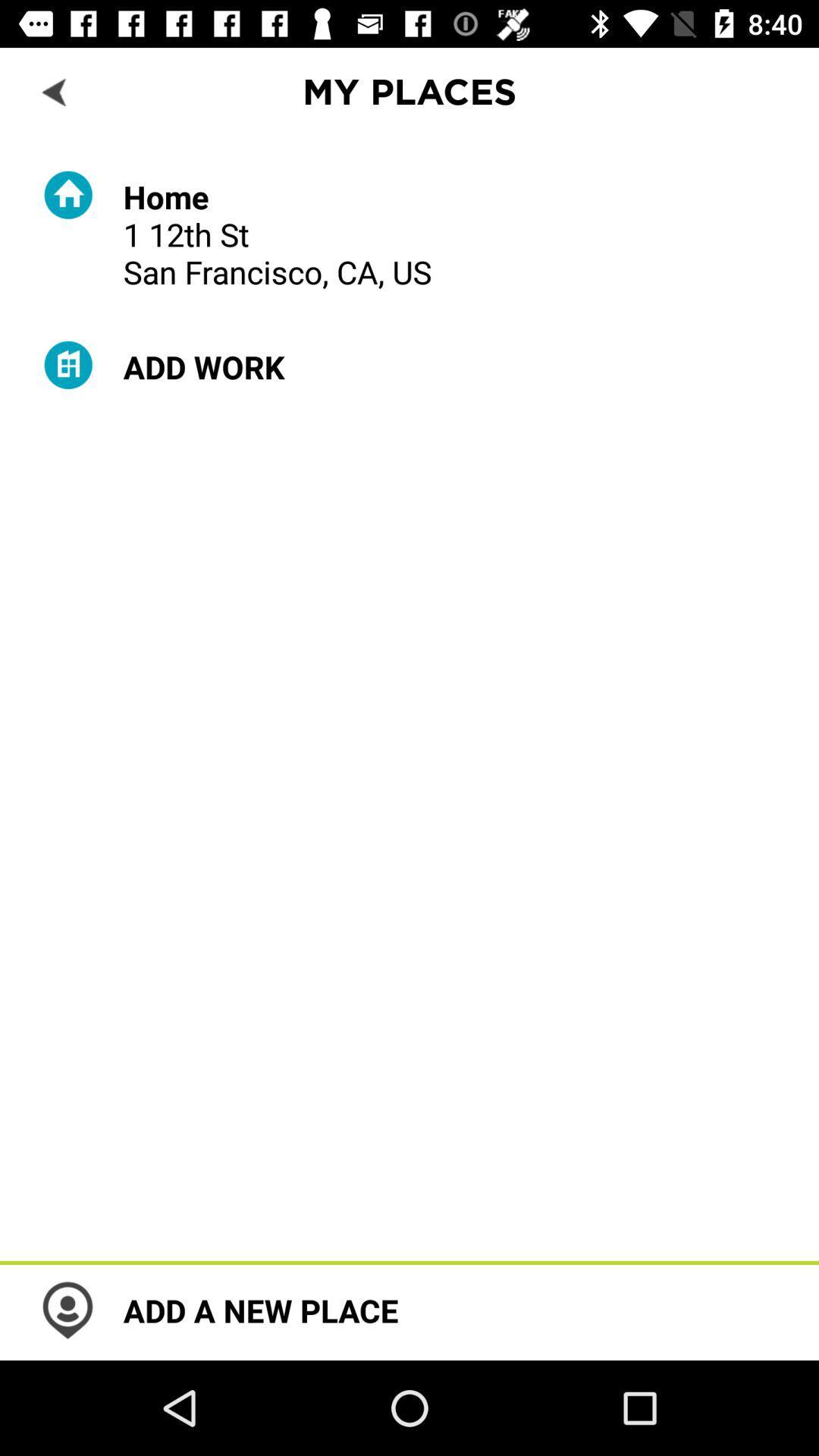 Image resolution: width=819 pixels, height=1456 pixels. What do you see at coordinates (55, 90) in the screenshot?
I see `back to previous scene` at bounding box center [55, 90].